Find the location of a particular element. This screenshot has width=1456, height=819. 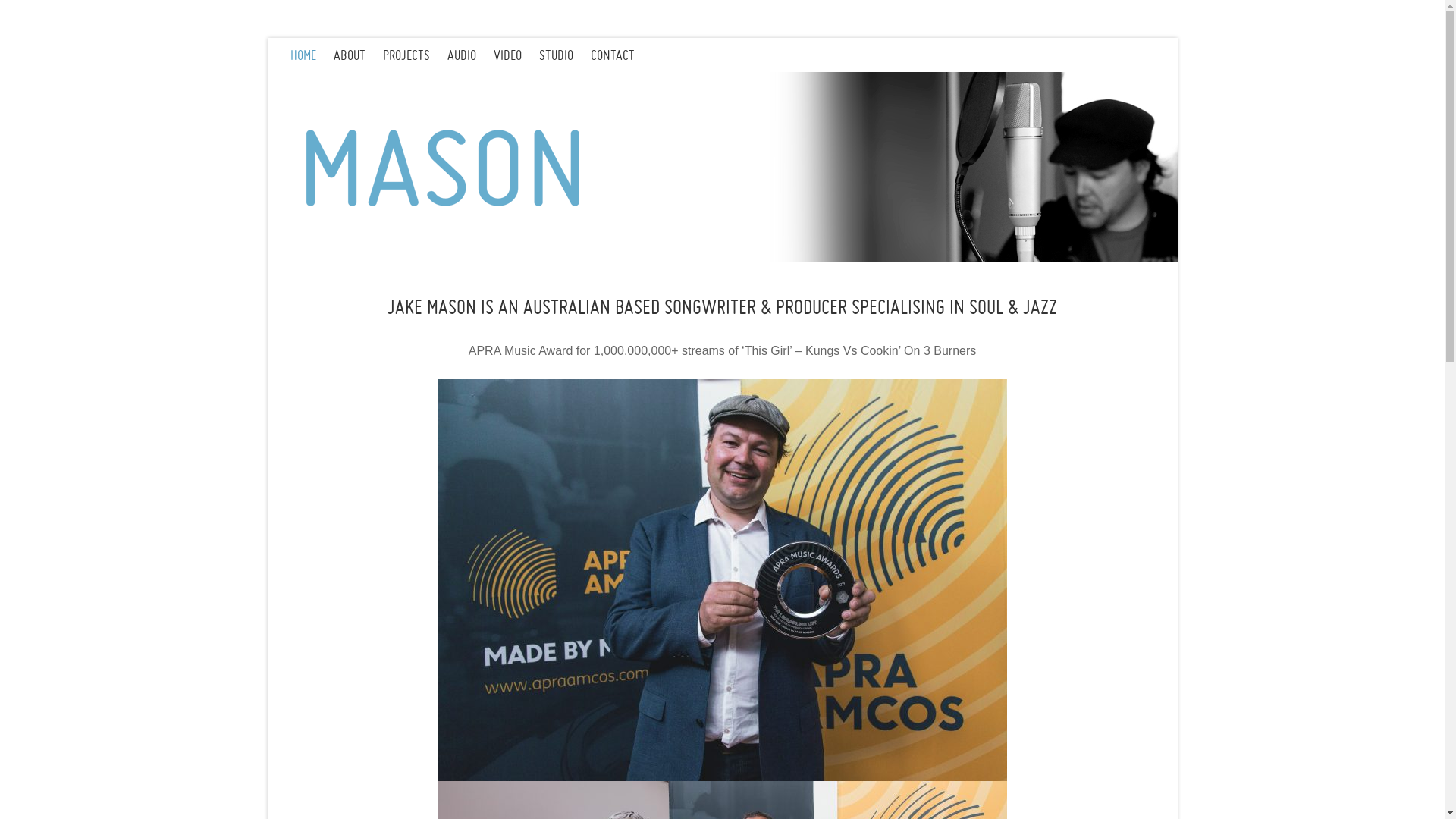

'AUDIO' is located at coordinates (469, 54).